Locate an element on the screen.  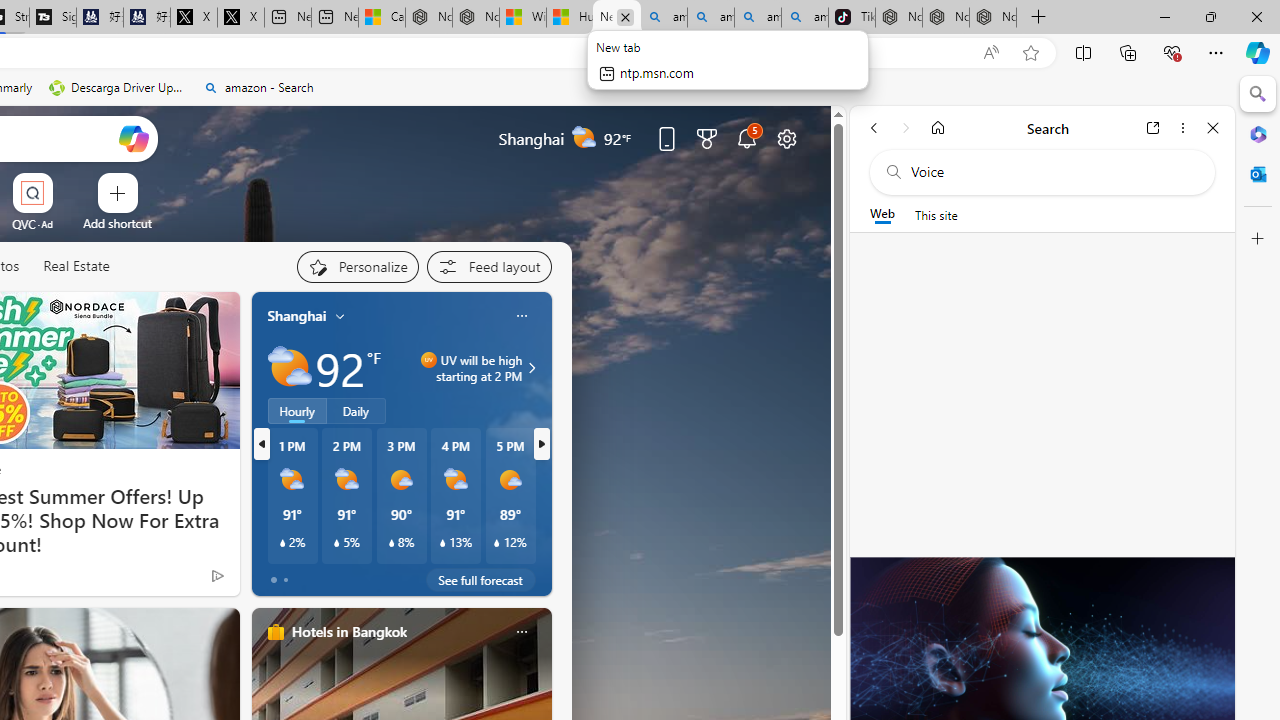
'Class: weather-current-precipitation-glyph' is located at coordinates (497, 543).